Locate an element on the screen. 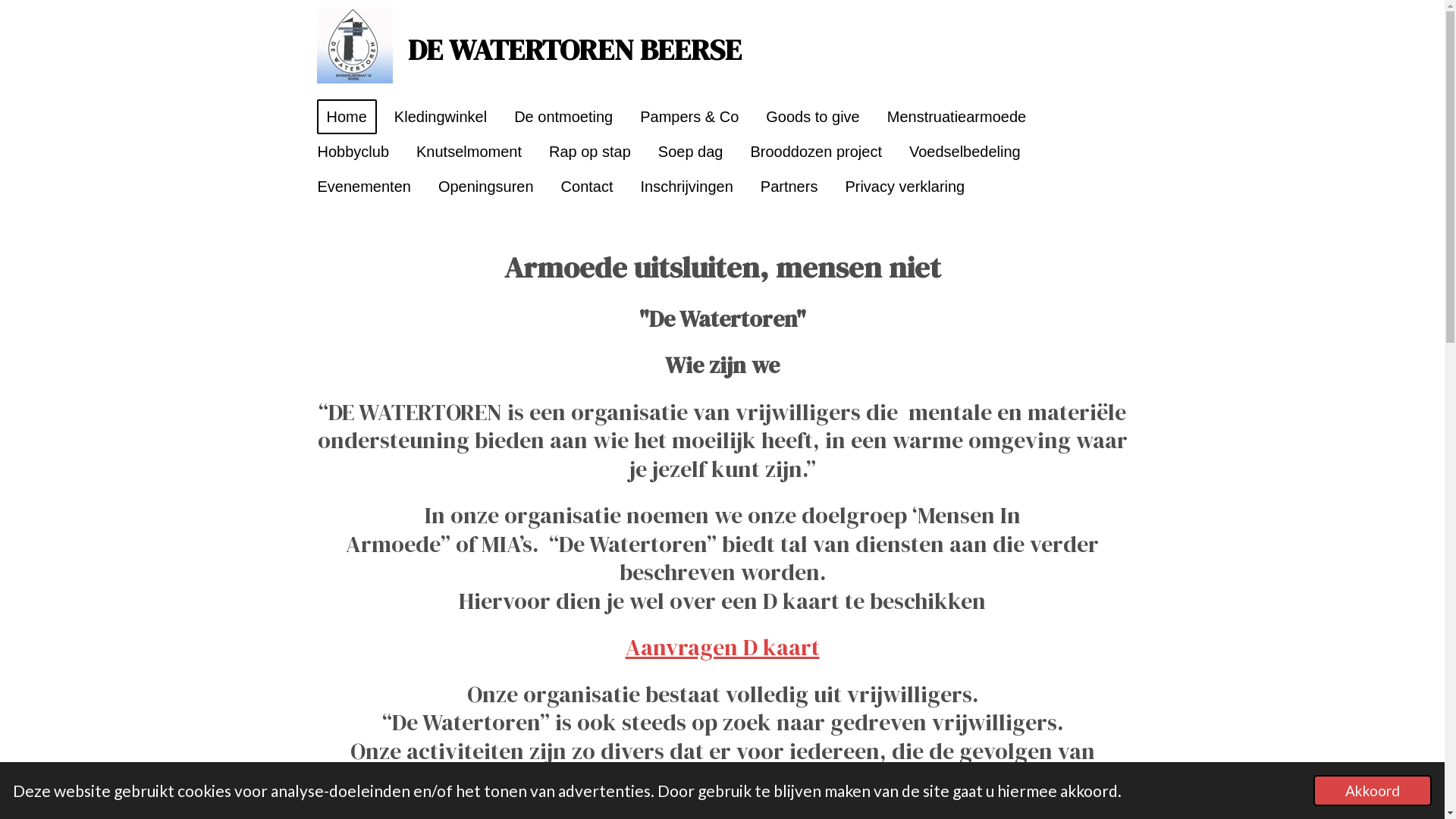 The image size is (1456, 819). 'Privacy verklaring' is located at coordinates (905, 186).